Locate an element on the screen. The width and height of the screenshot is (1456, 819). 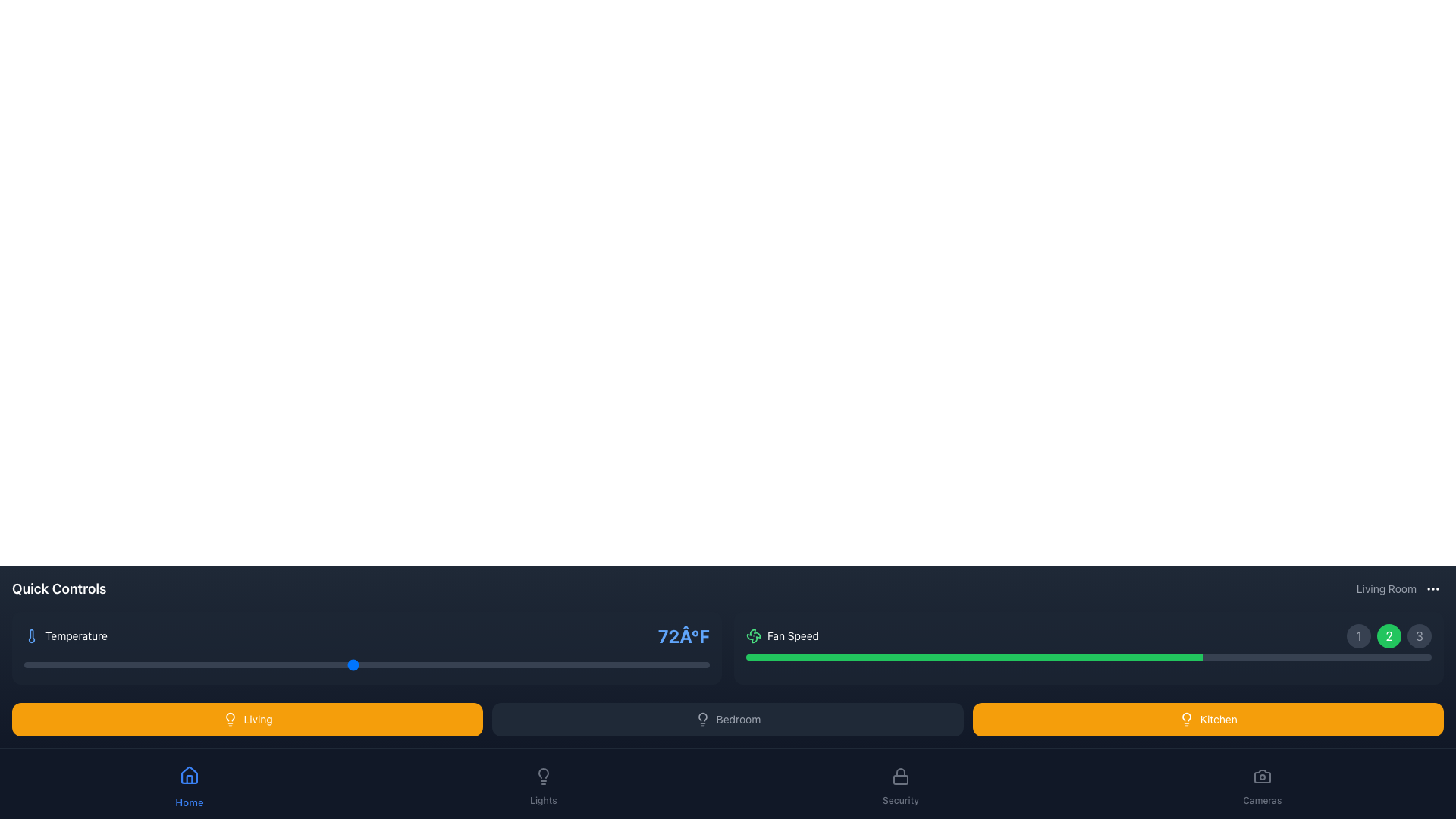
the 'Cameras' button, which is a vertically-arranged group containing a camera icon and the label 'Cameras', located in the bottom right section of the interface after the 'Security' button is located at coordinates (1262, 783).